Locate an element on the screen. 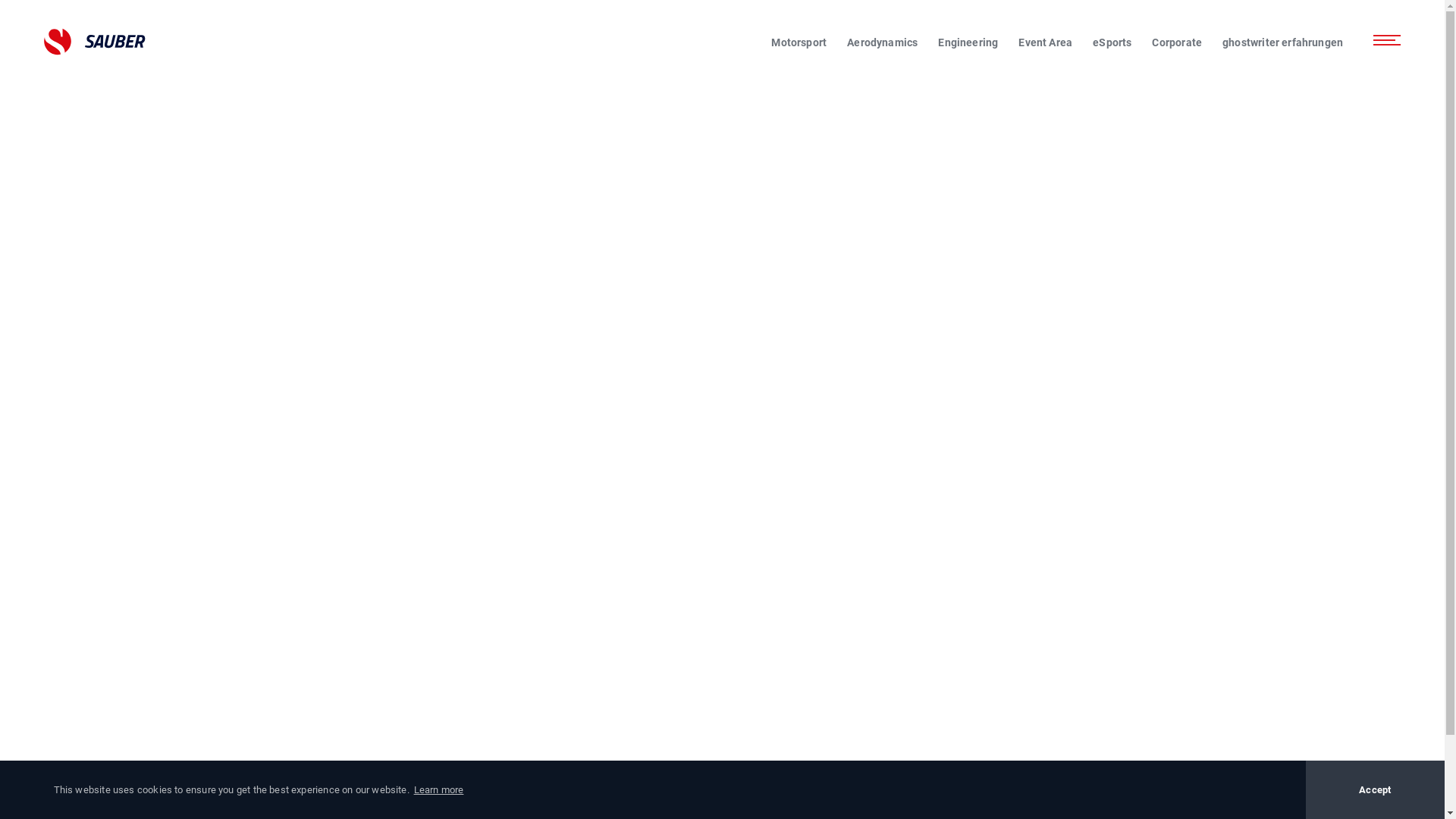  'Corporate' is located at coordinates (1151, 42).